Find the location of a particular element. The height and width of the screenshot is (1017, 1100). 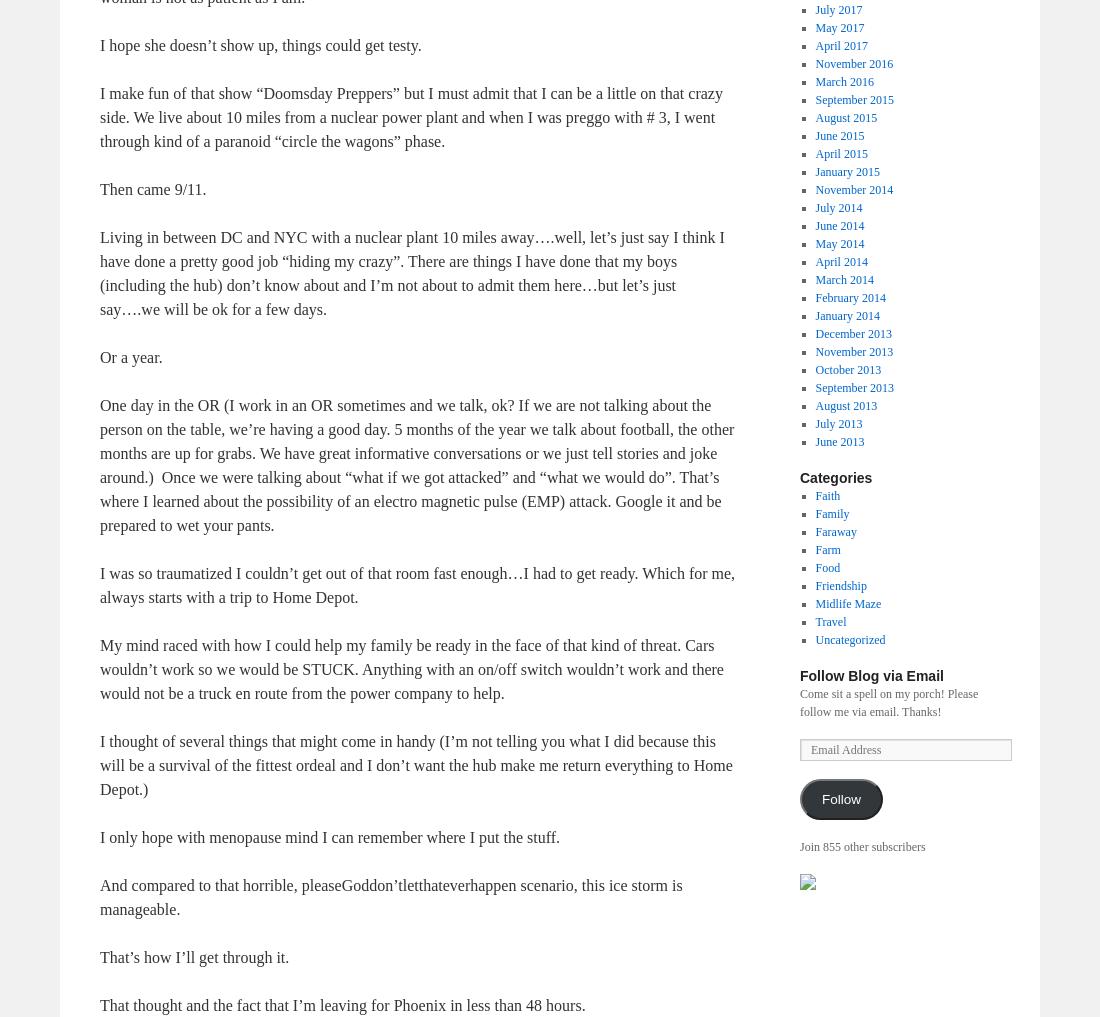

'September 2015' is located at coordinates (853, 98).